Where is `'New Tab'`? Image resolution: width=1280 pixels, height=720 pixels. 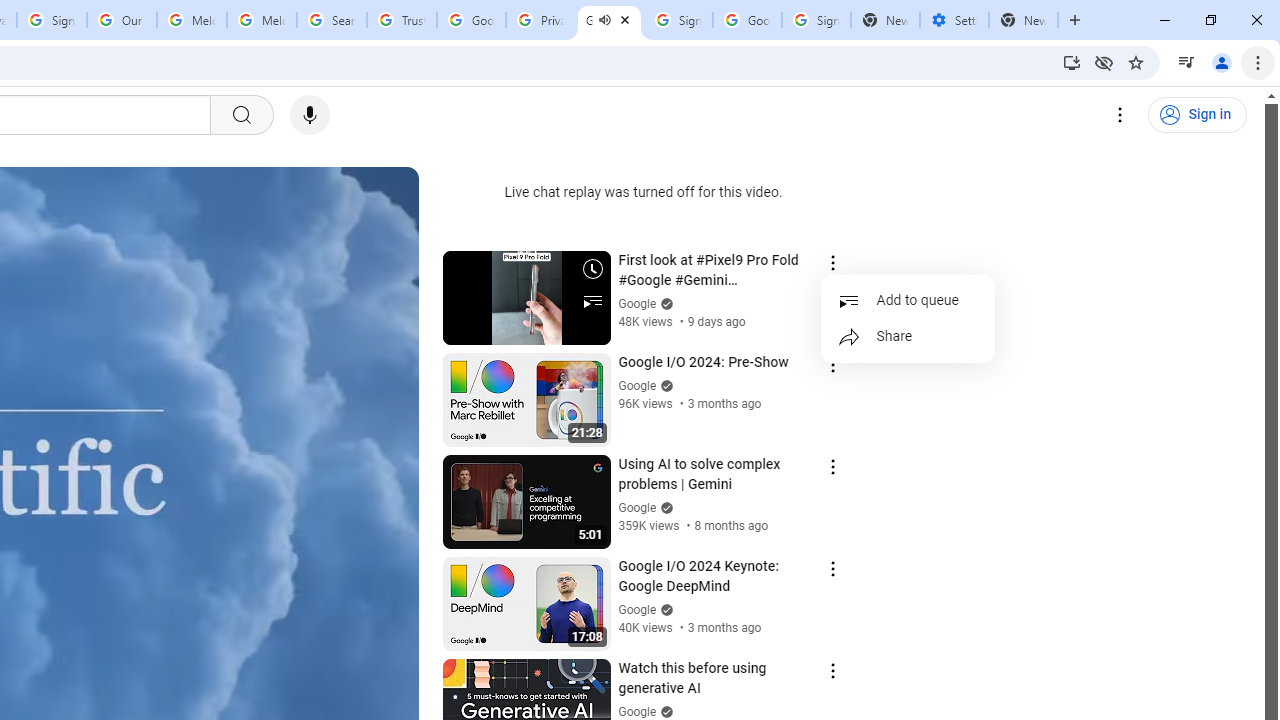
'New Tab' is located at coordinates (1024, 20).